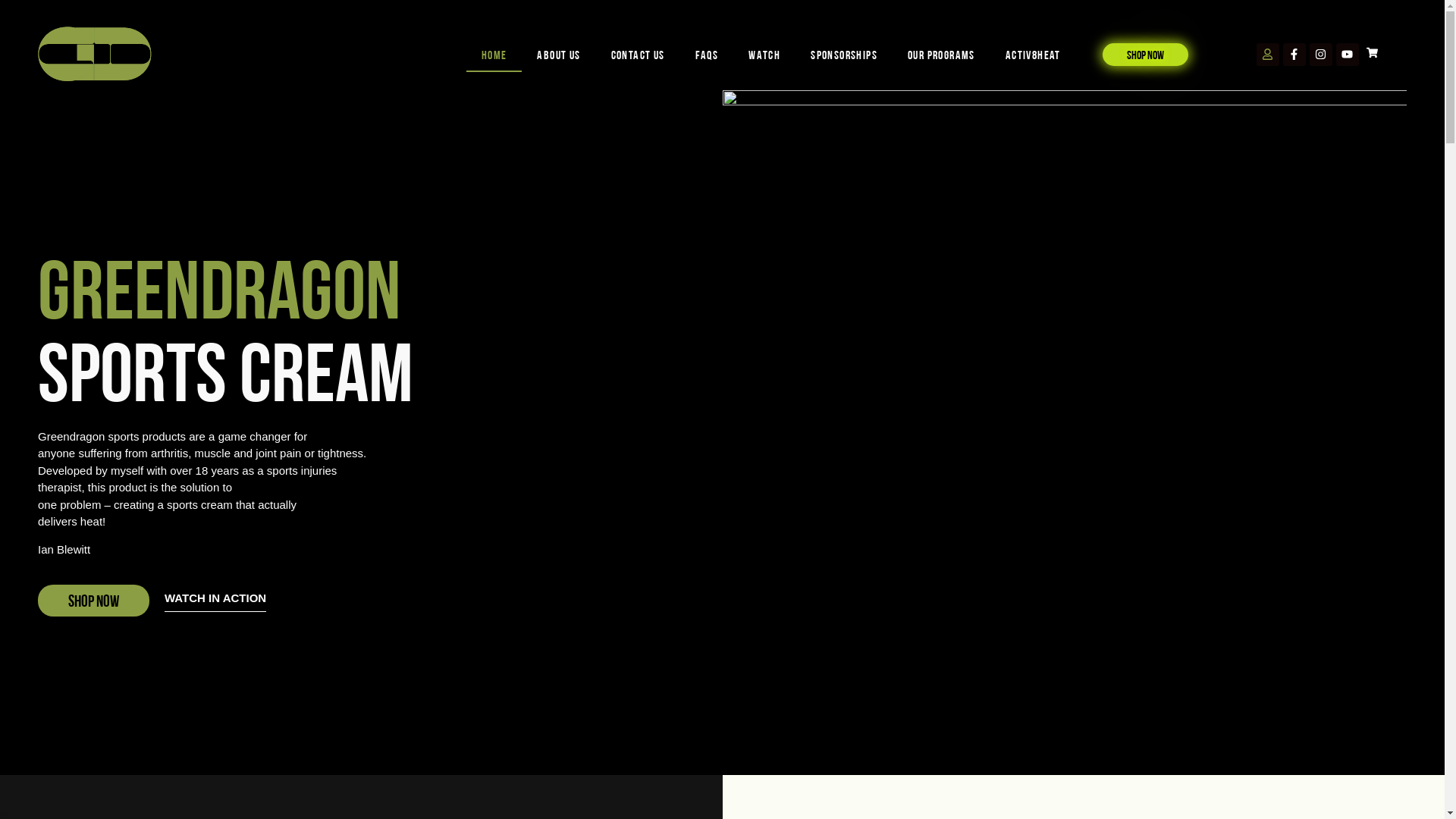  Describe the element at coordinates (557, 52) in the screenshot. I see `'About us'` at that location.